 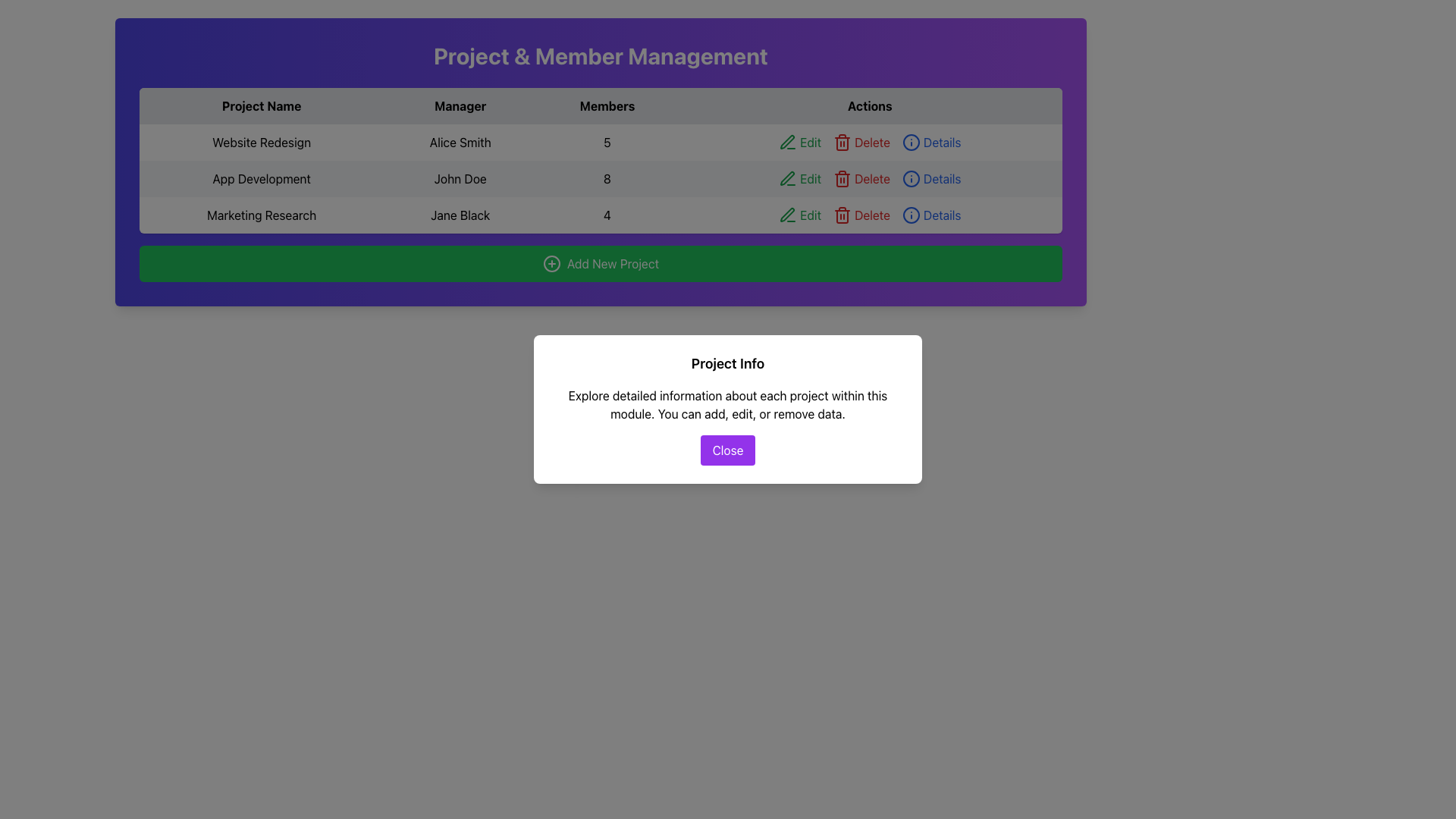 I want to click on the non-interactive text display indicating the number of members for the 'Website Redesign' project, located in the third column under the 'Members' heading, so click(x=607, y=143).